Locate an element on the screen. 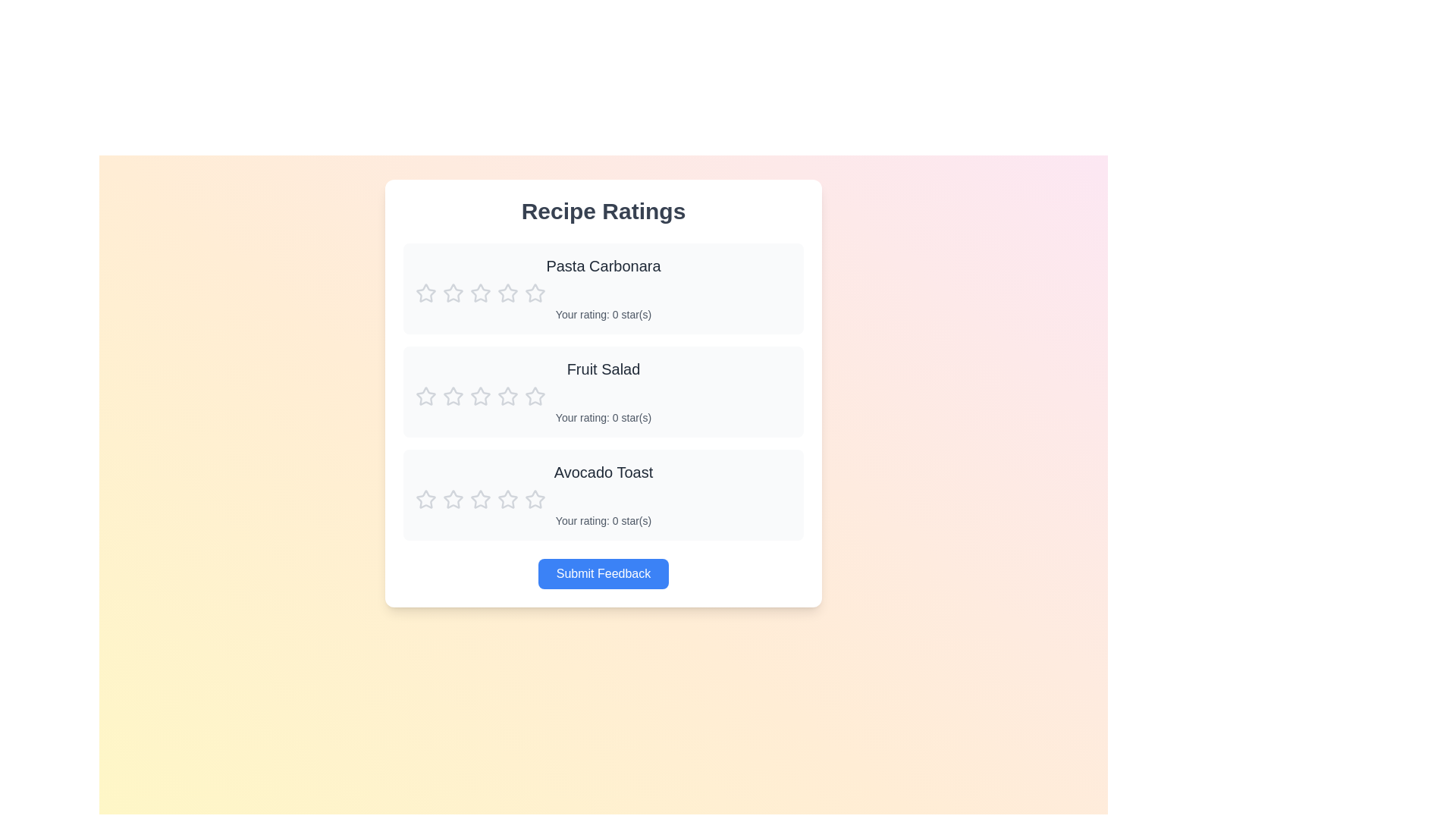  the first star-shaped icon outlined with a grayish stroke, located below the 'Avocado Toast' label in the third rating section, to provide a one-star rating is located at coordinates (479, 499).